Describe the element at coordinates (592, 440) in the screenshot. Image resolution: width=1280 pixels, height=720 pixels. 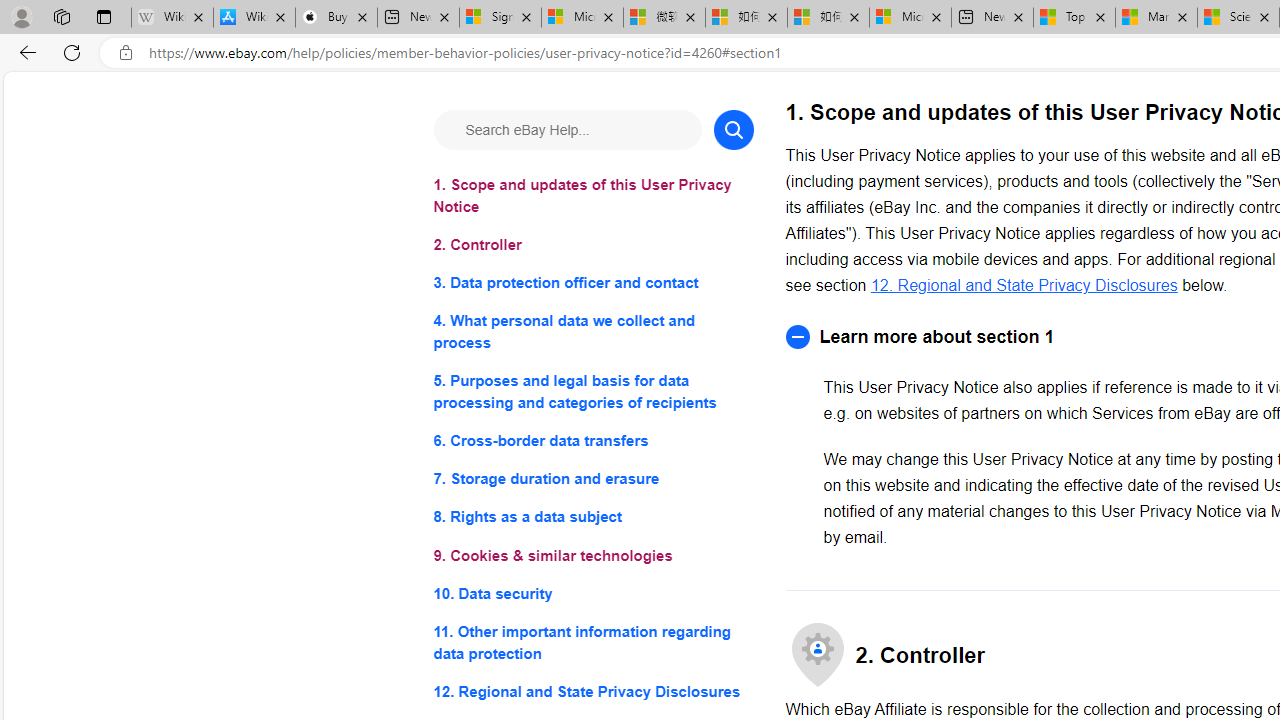
I see `'6. Cross-border data transfers'` at that location.